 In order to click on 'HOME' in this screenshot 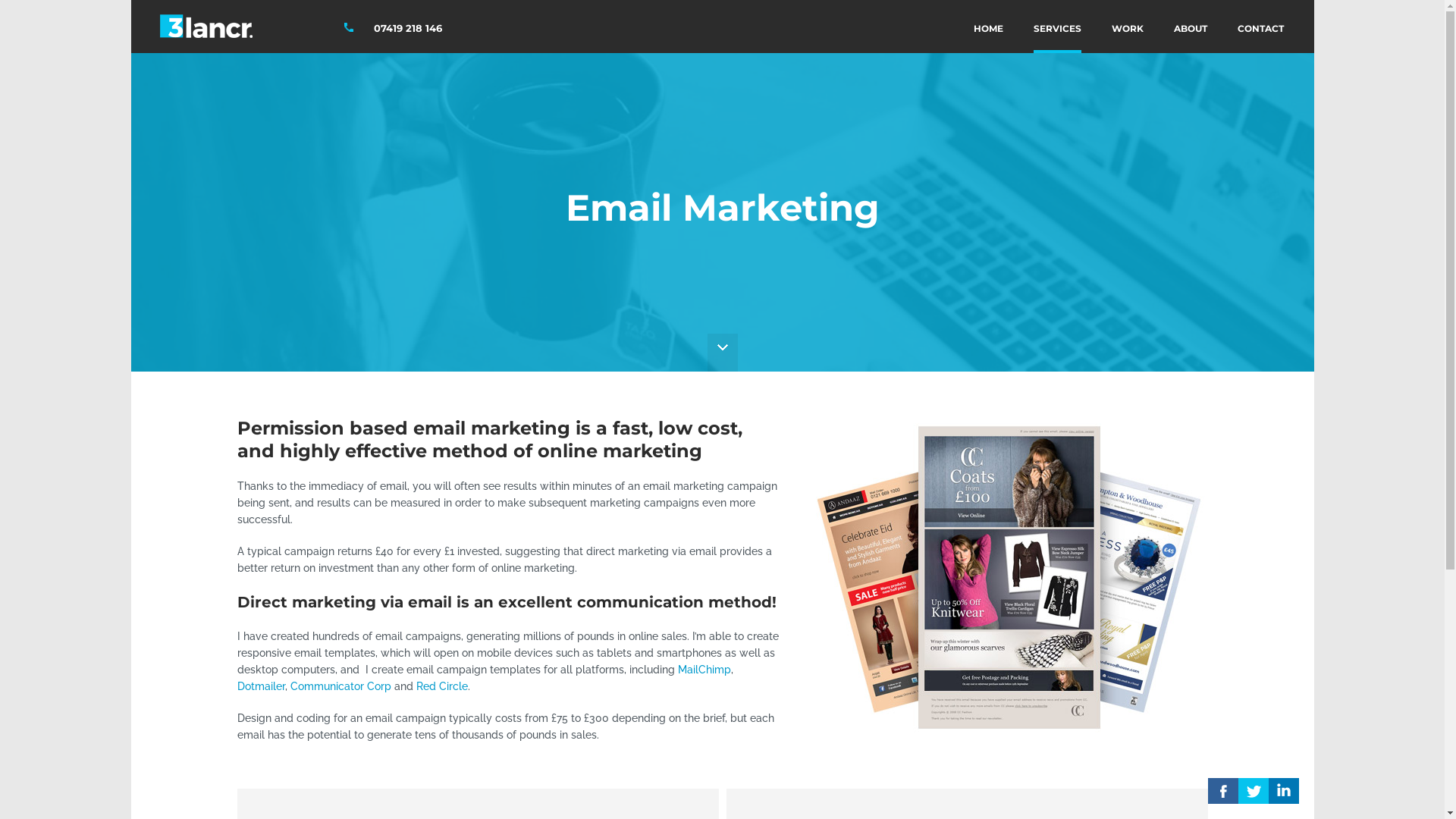, I will do `click(988, 26)`.